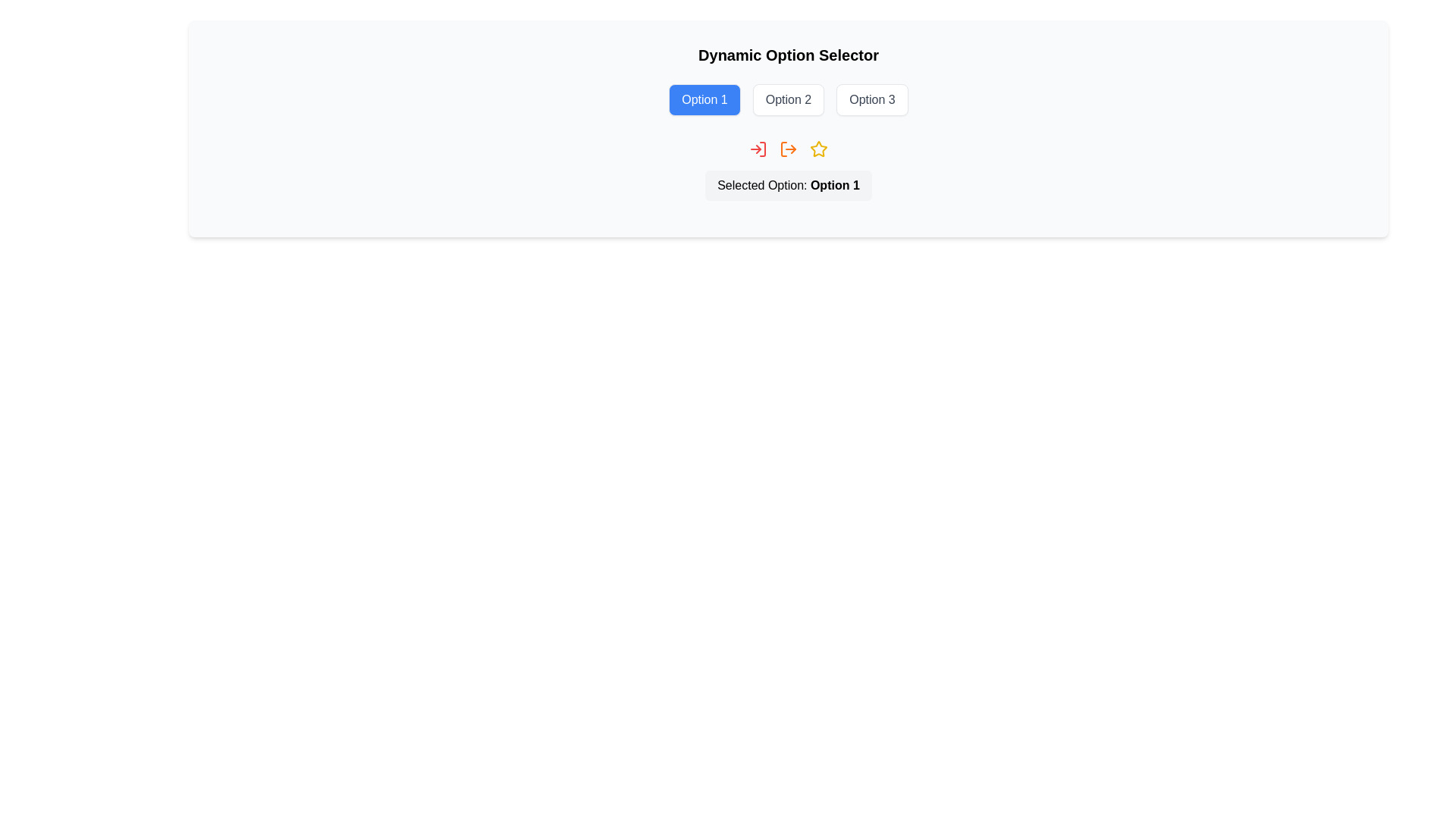 The width and height of the screenshot is (1456, 819). Describe the element at coordinates (872, 99) in the screenshot. I see `the third button labeled 'Option 3'` at that location.